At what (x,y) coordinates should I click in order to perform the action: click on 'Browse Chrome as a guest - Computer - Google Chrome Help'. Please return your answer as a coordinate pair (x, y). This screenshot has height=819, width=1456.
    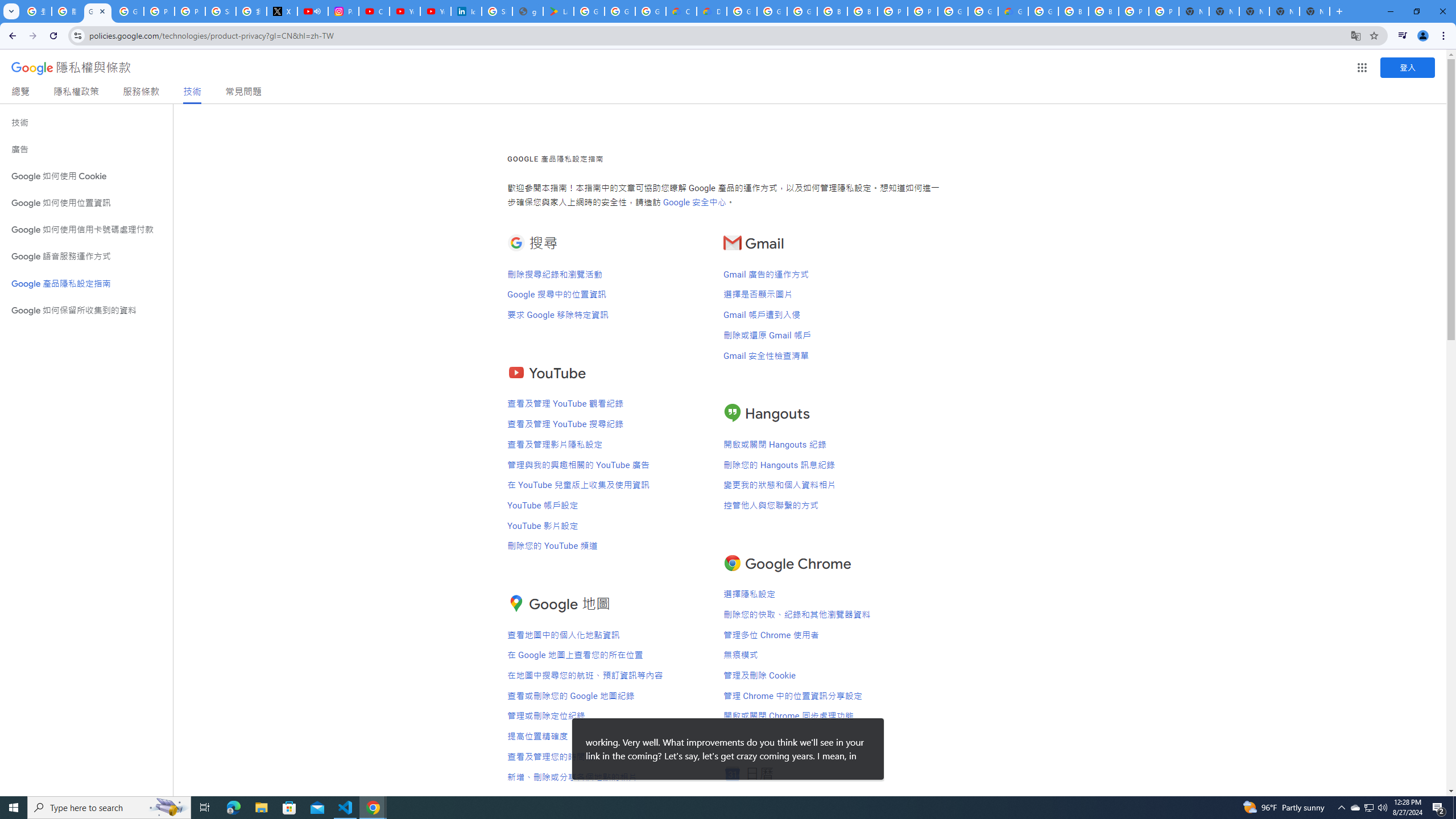
    Looking at the image, I should click on (862, 11).